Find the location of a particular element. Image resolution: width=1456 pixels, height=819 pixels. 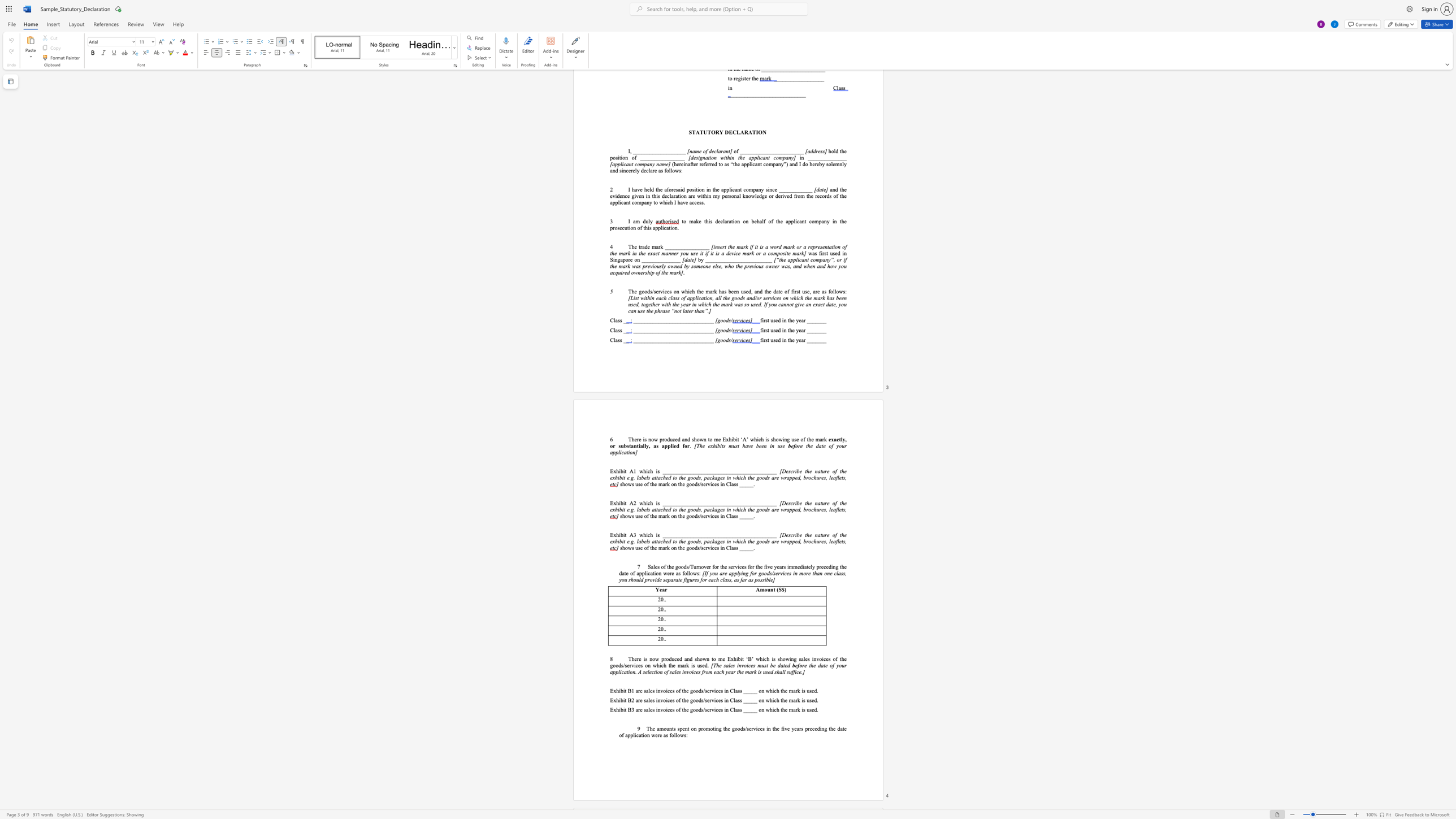

the subset text "_______" within the text "Exhibit A2 which is _________________________________________" is located at coordinates (684, 503).